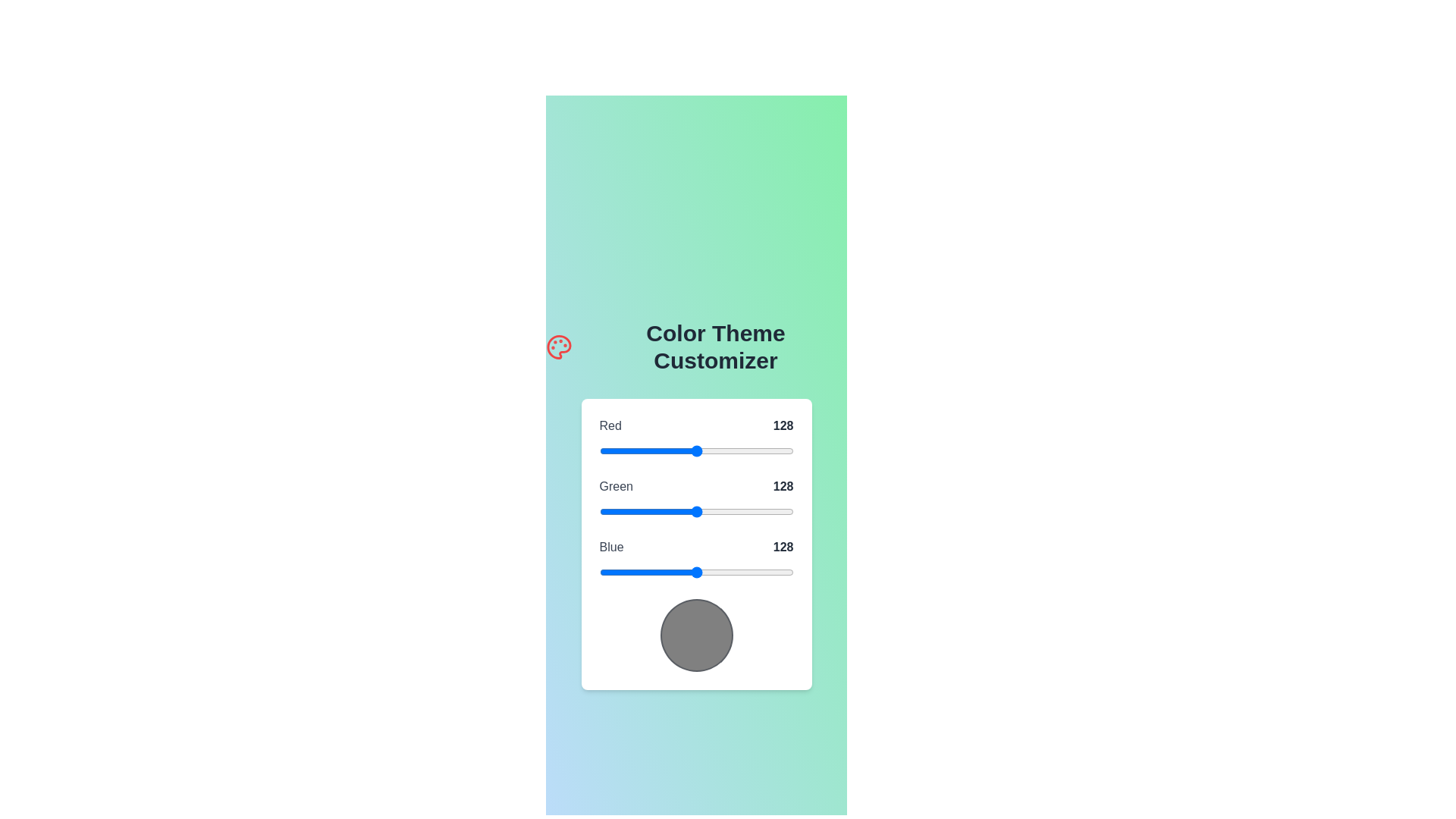  I want to click on the green slider to 247, so click(787, 512).